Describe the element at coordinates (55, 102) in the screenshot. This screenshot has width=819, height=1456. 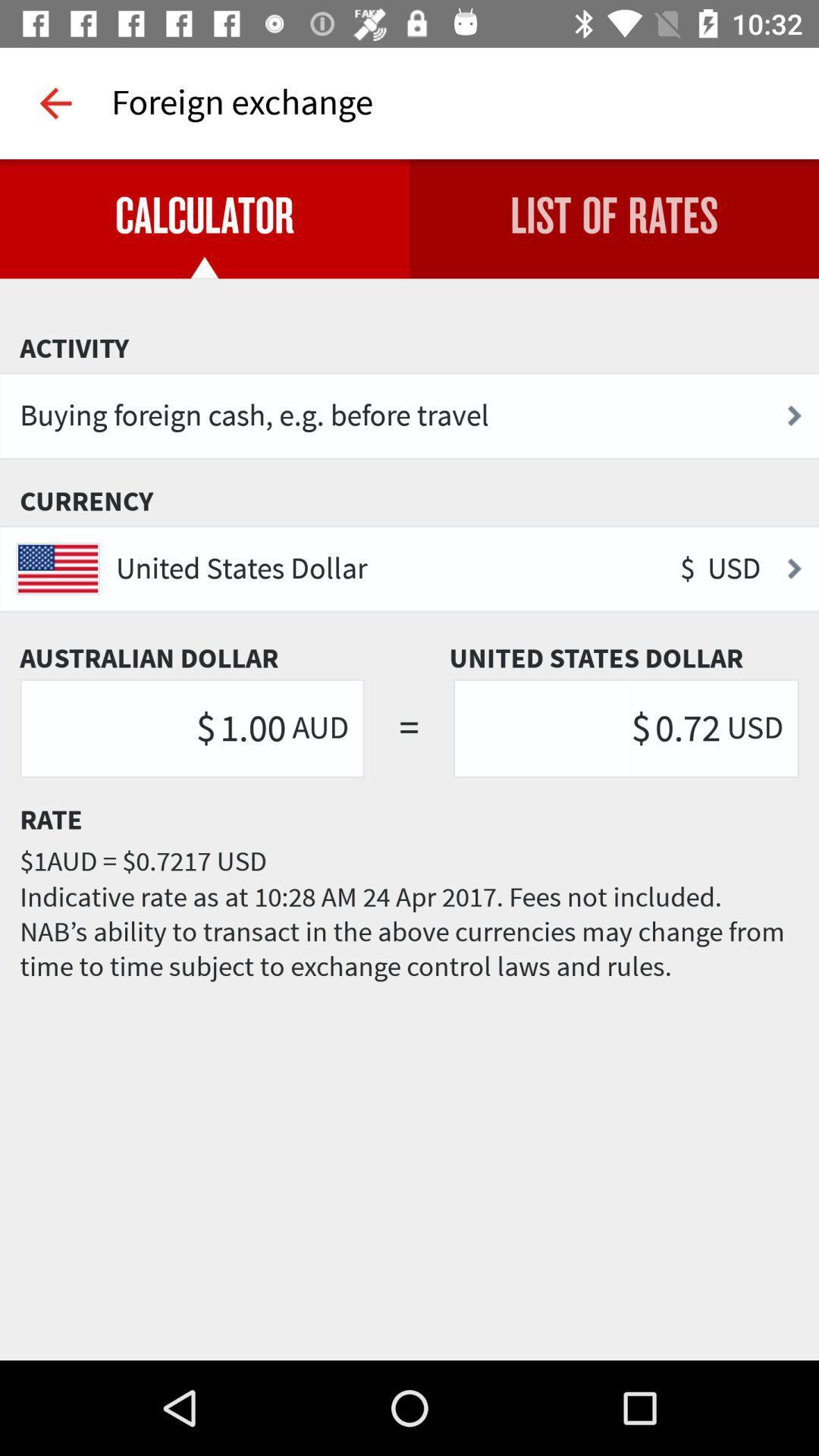
I see `icon to the left of foreign exchange` at that location.